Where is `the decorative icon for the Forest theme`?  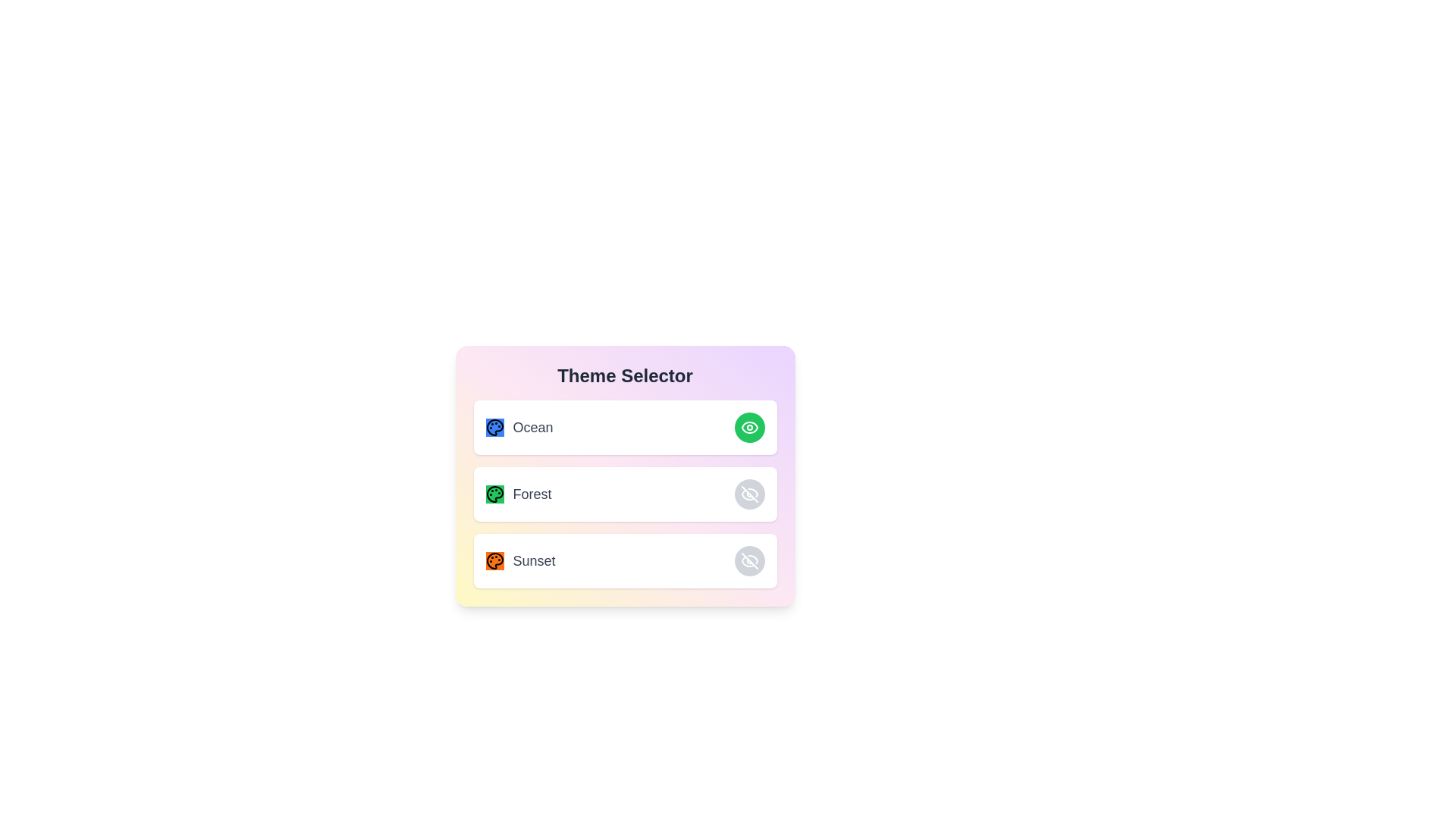 the decorative icon for the Forest theme is located at coordinates (494, 494).